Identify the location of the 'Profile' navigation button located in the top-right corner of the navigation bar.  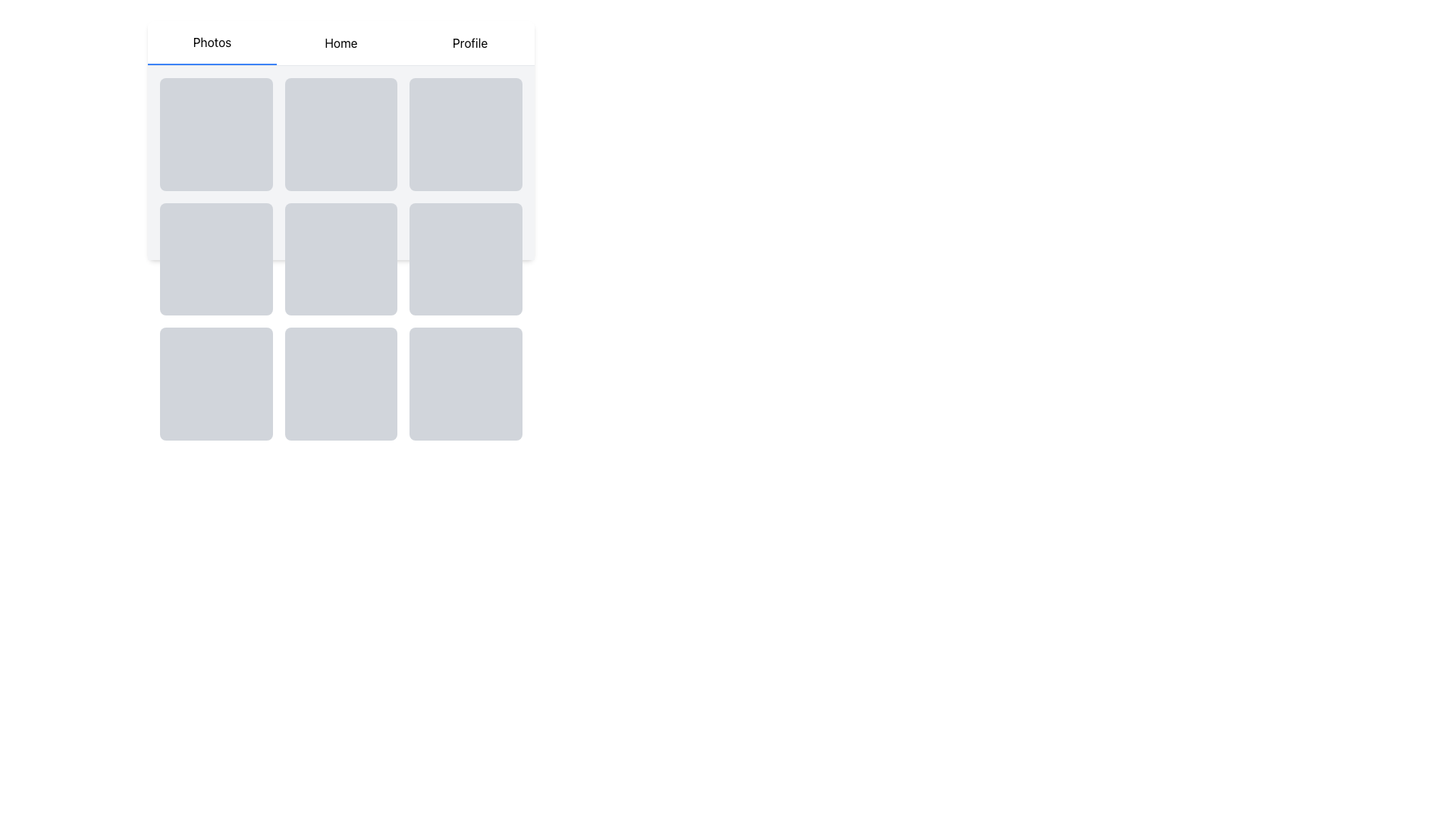
(469, 42).